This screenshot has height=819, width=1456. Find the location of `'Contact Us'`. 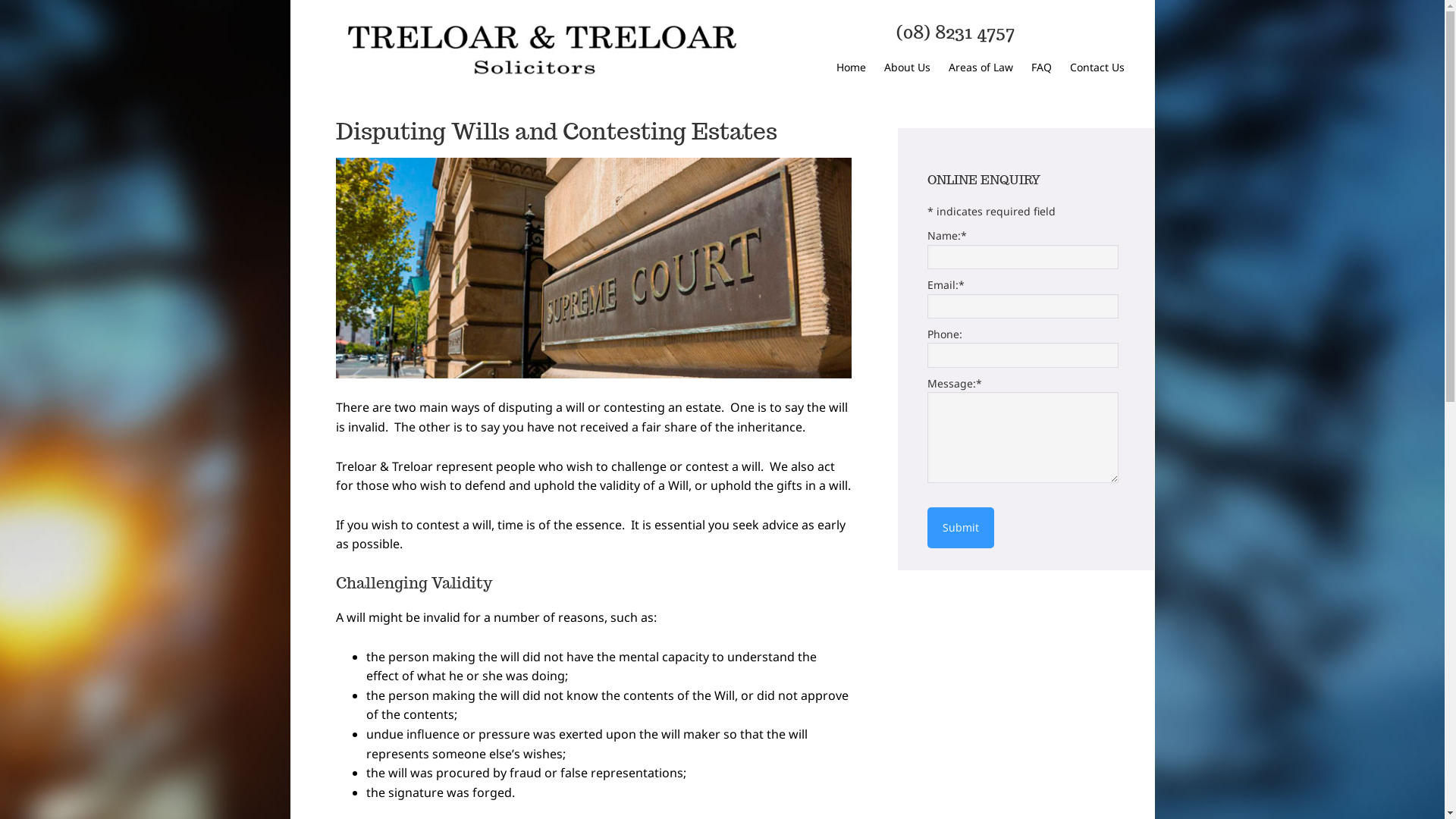

'Contact Us' is located at coordinates (1096, 68).